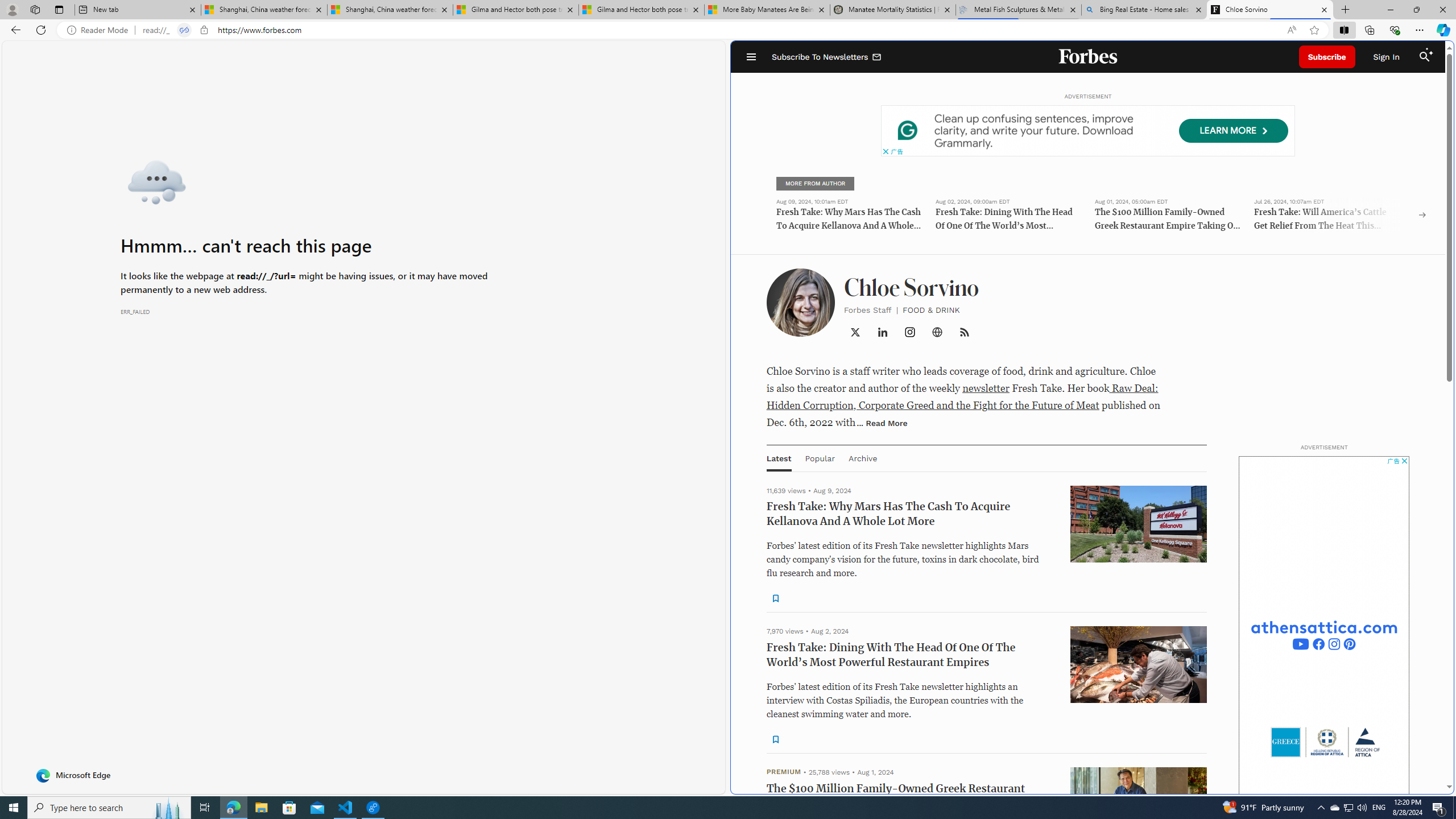 This screenshot has width=1456, height=819. What do you see at coordinates (183, 30) in the screenshot?
I see `'Tabs in split screen'` at bounding box center [183, 30].